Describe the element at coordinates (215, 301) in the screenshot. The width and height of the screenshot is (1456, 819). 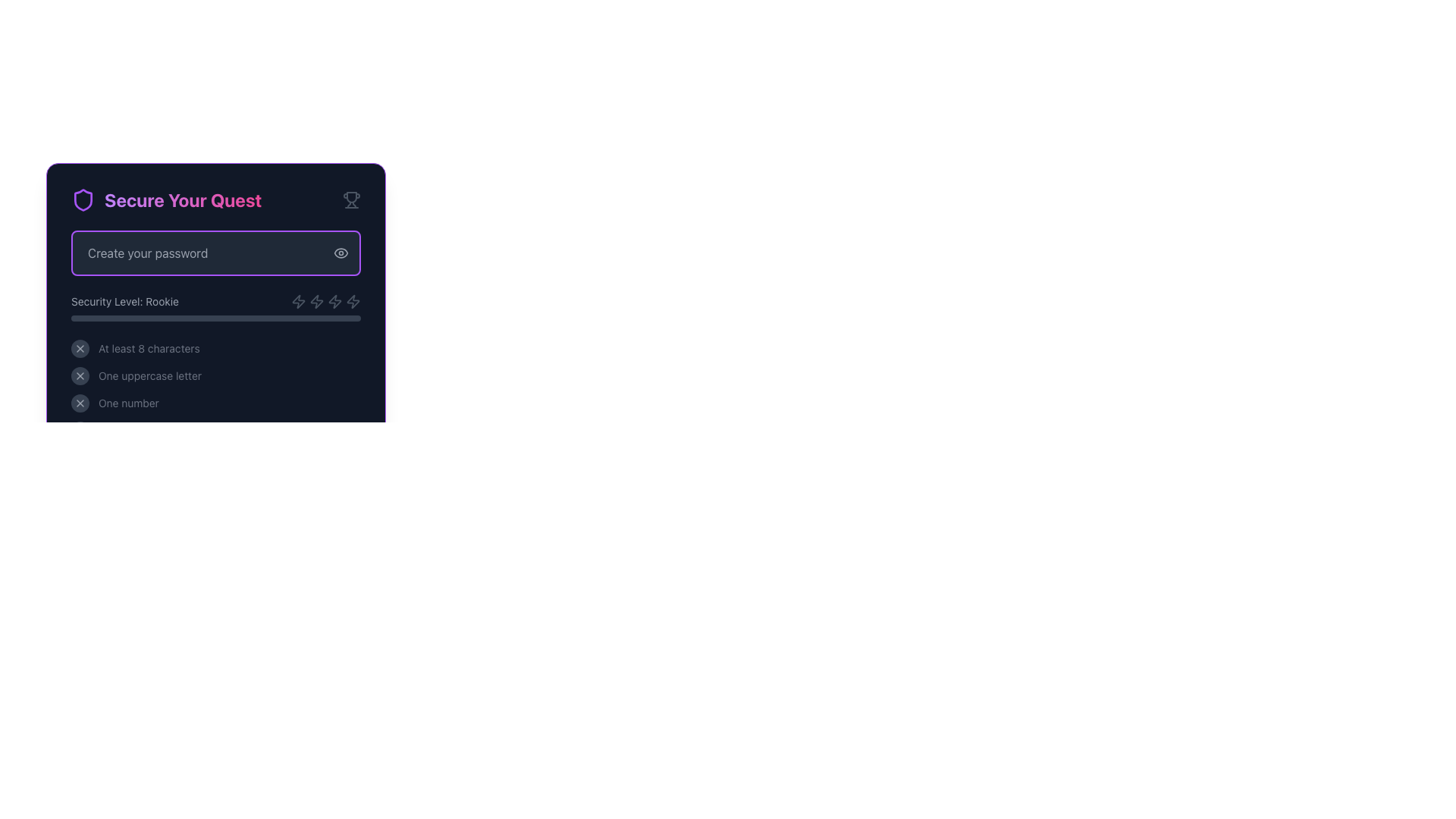
I see `the icons on the informational indicator labeled 'Security Level: Rookie', which is situated beneath the password input field and above the progress bar` at that location.